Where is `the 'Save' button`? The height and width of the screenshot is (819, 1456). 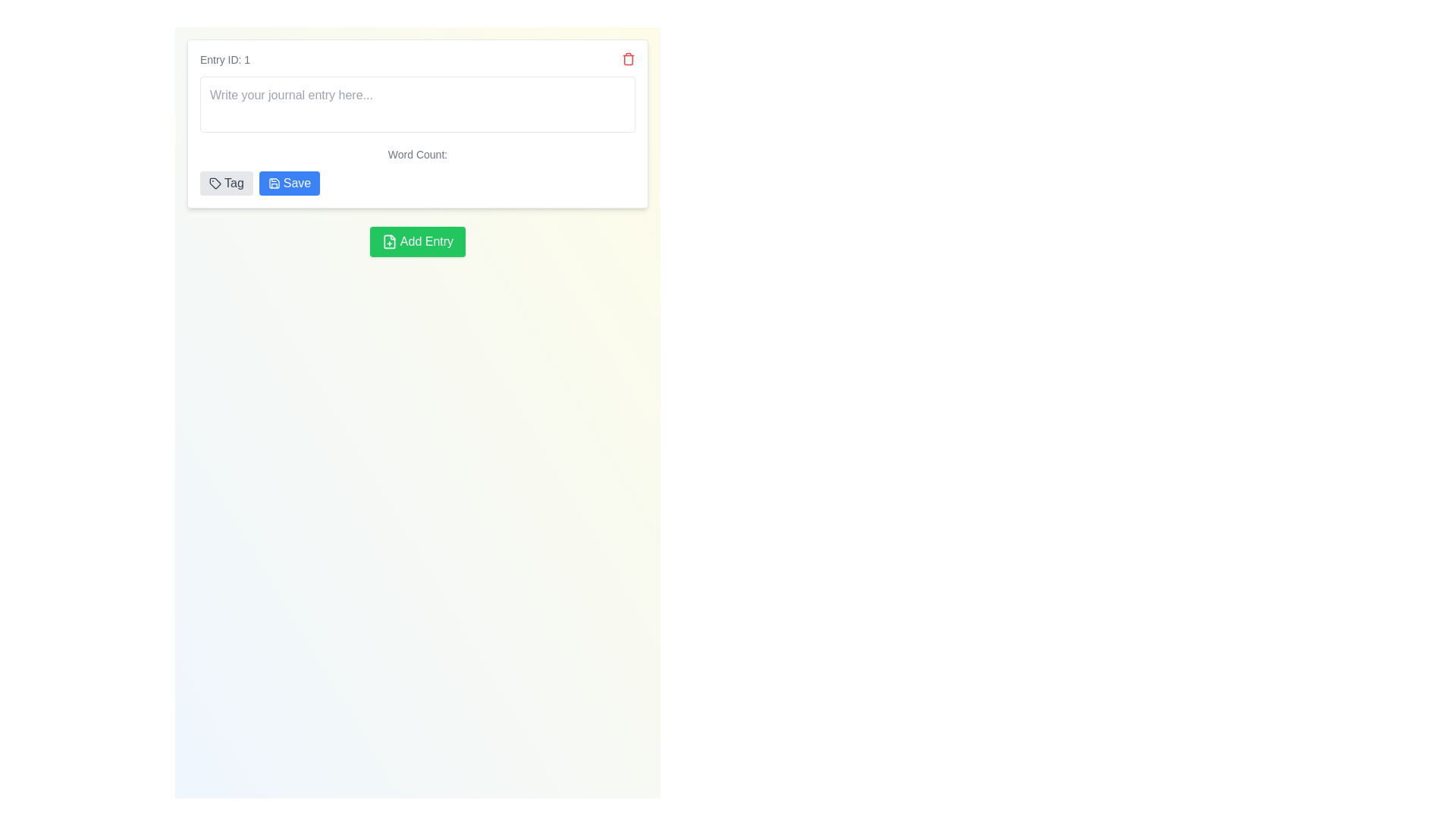 the 'Save' button is located at coordinates (297, 183).